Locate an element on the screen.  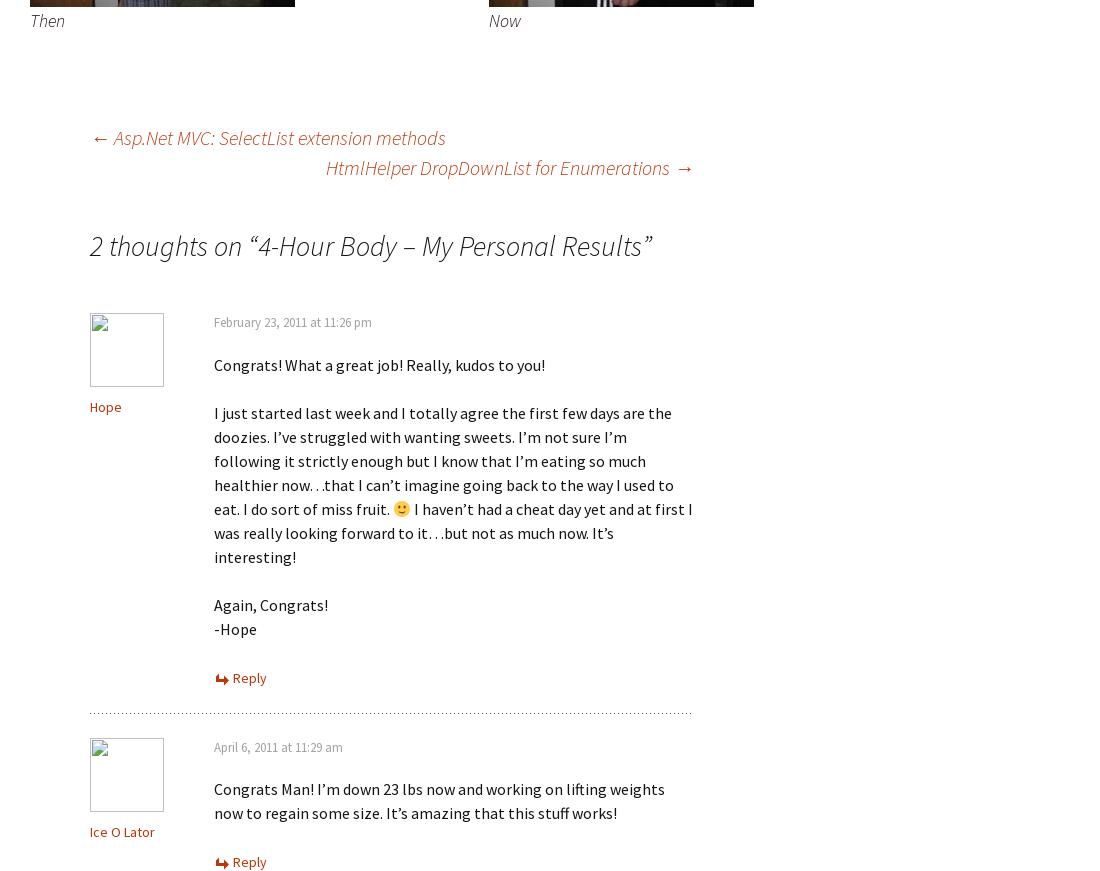
'Then' is located at coordinates (46, 19).